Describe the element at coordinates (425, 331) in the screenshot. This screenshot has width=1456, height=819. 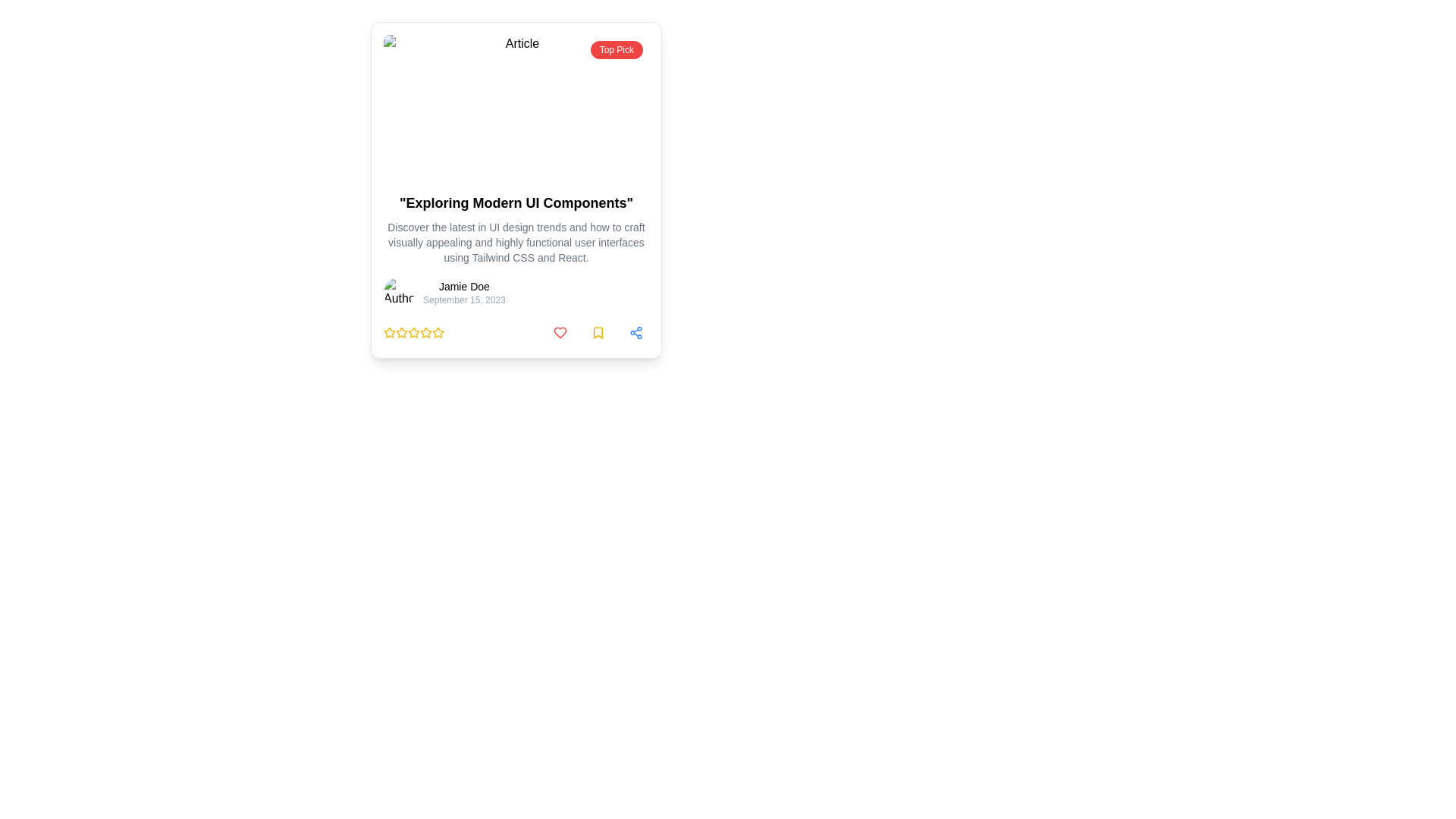
I see `the second star in the interactive rating system` at that location.